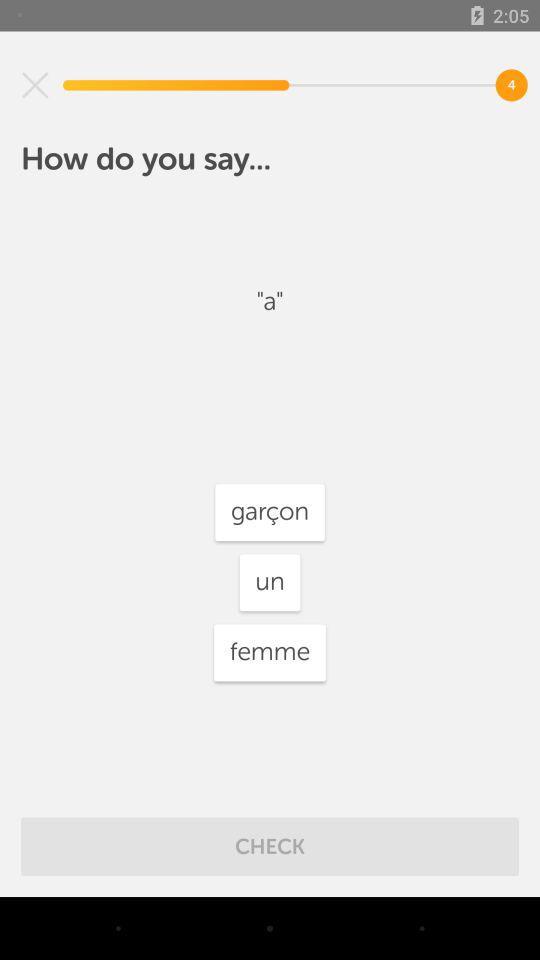  What do you see at coordinates (270, 582) in the screenshot?
I see `icon above the femme icon` at bounding box center [270, 582].